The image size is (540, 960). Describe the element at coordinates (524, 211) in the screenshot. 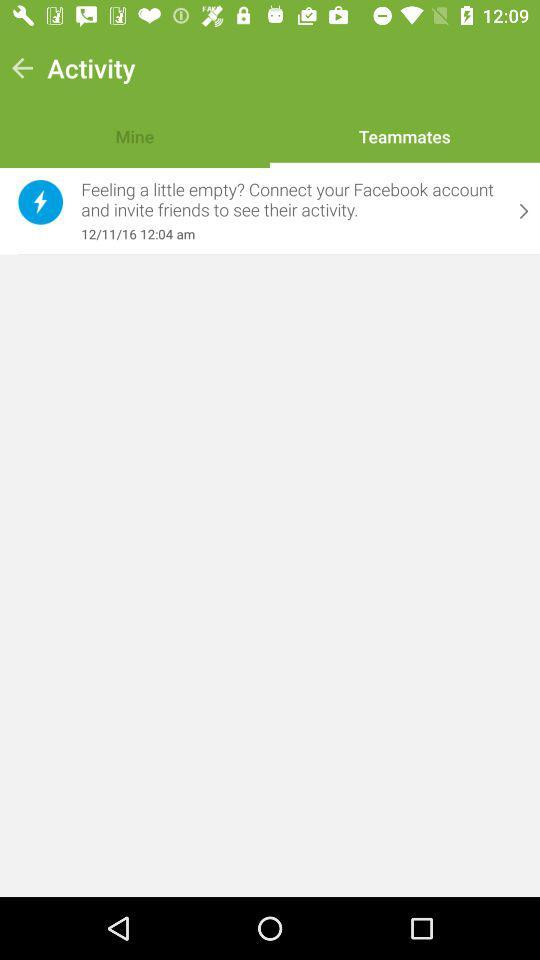

I see `the item next to feeling a little` at that location.